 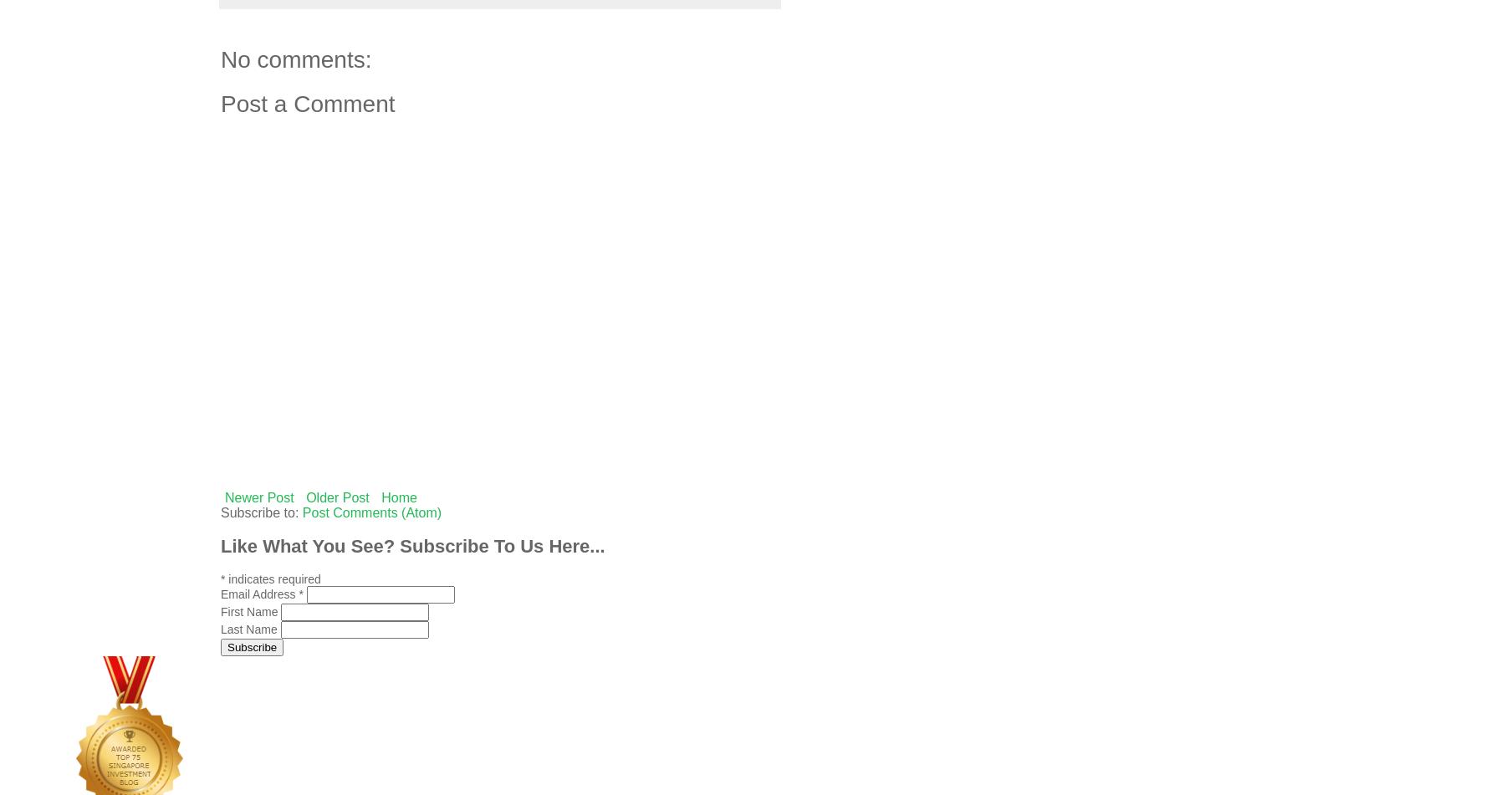 What do you see at coordinates (249, 629) in the screenshot?
I see `'Last Name'` at bounding box center [249, 629].